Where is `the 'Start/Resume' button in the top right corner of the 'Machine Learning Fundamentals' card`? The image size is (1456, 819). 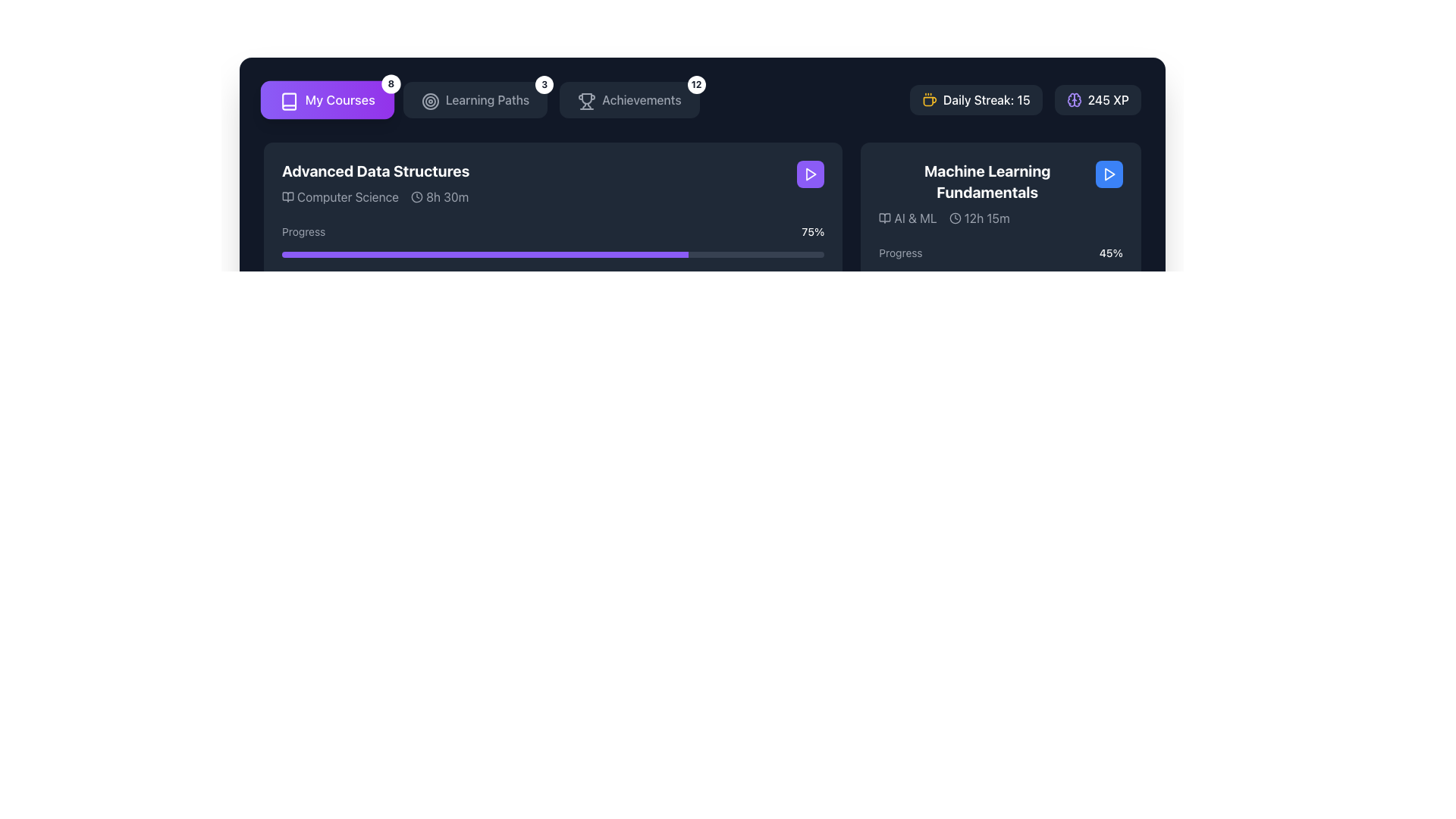
the 'Start/Resume' button in the top right corner of the 'Machine Learning Fundamentals' card is located at coordinates (1109, 174).